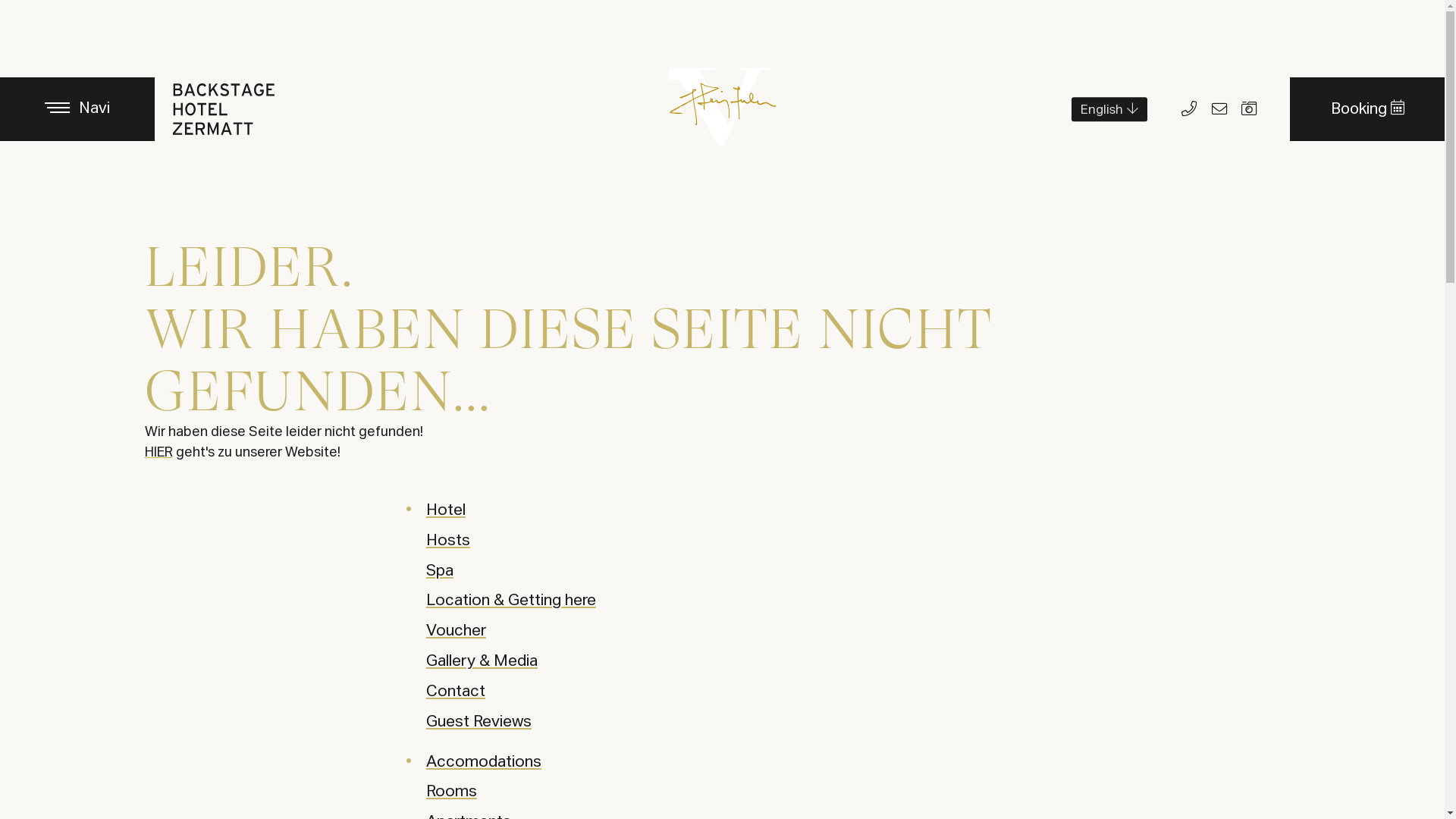 This screenshot has height=819, width=1456. Describe the element at coordinates (1235, 108) in the screenshot. I see `'Bidler'` at that location.